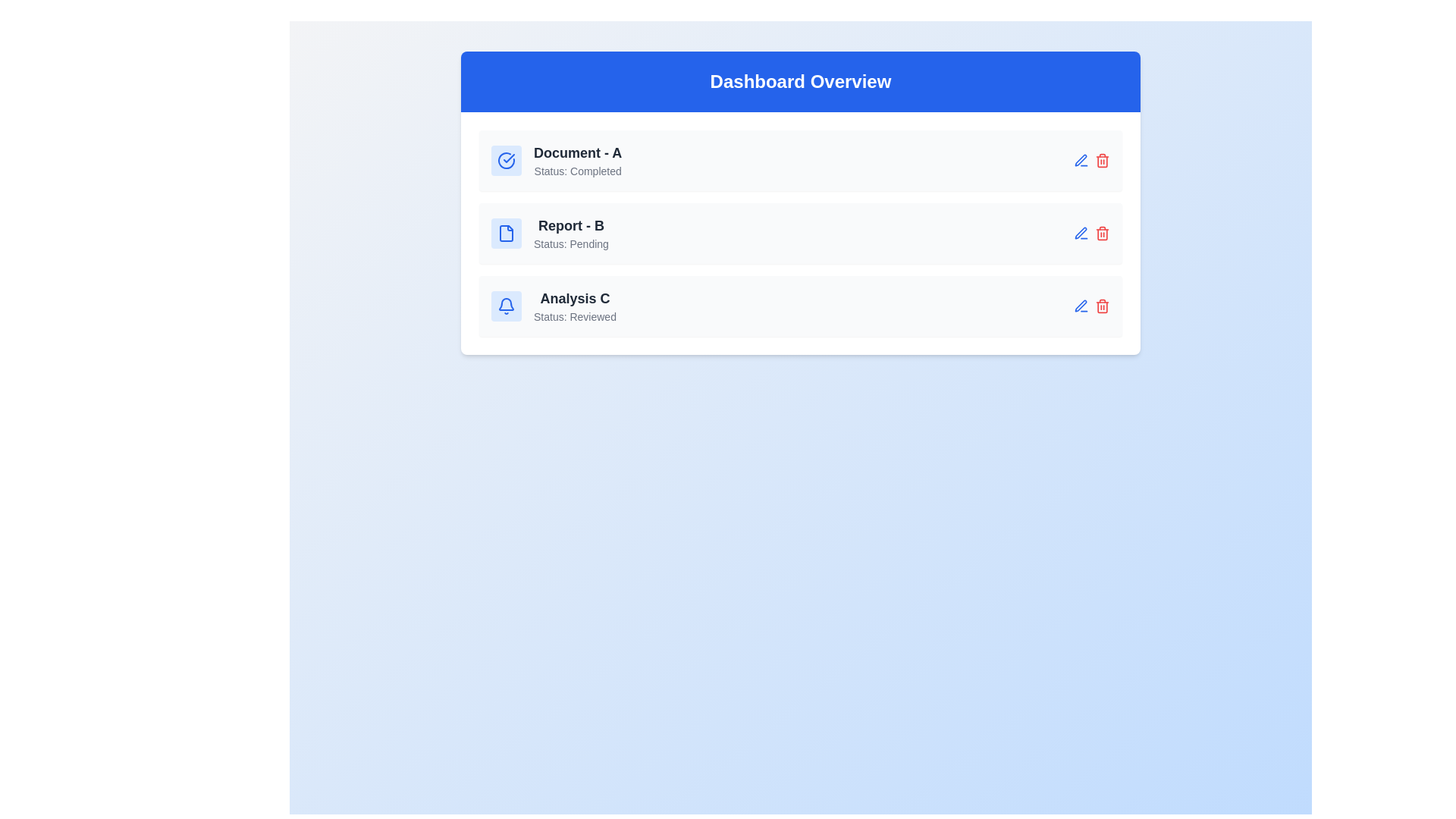 This screenshot has width=1456, height=819. What do you see at coordinates (556, 161) in the screenshot?
I see `the first entry in the list of document statuses, which displays 'Document - A' with a status of 'Completed' and is aligned with an icon to its left` at bounding box center [556, 161].